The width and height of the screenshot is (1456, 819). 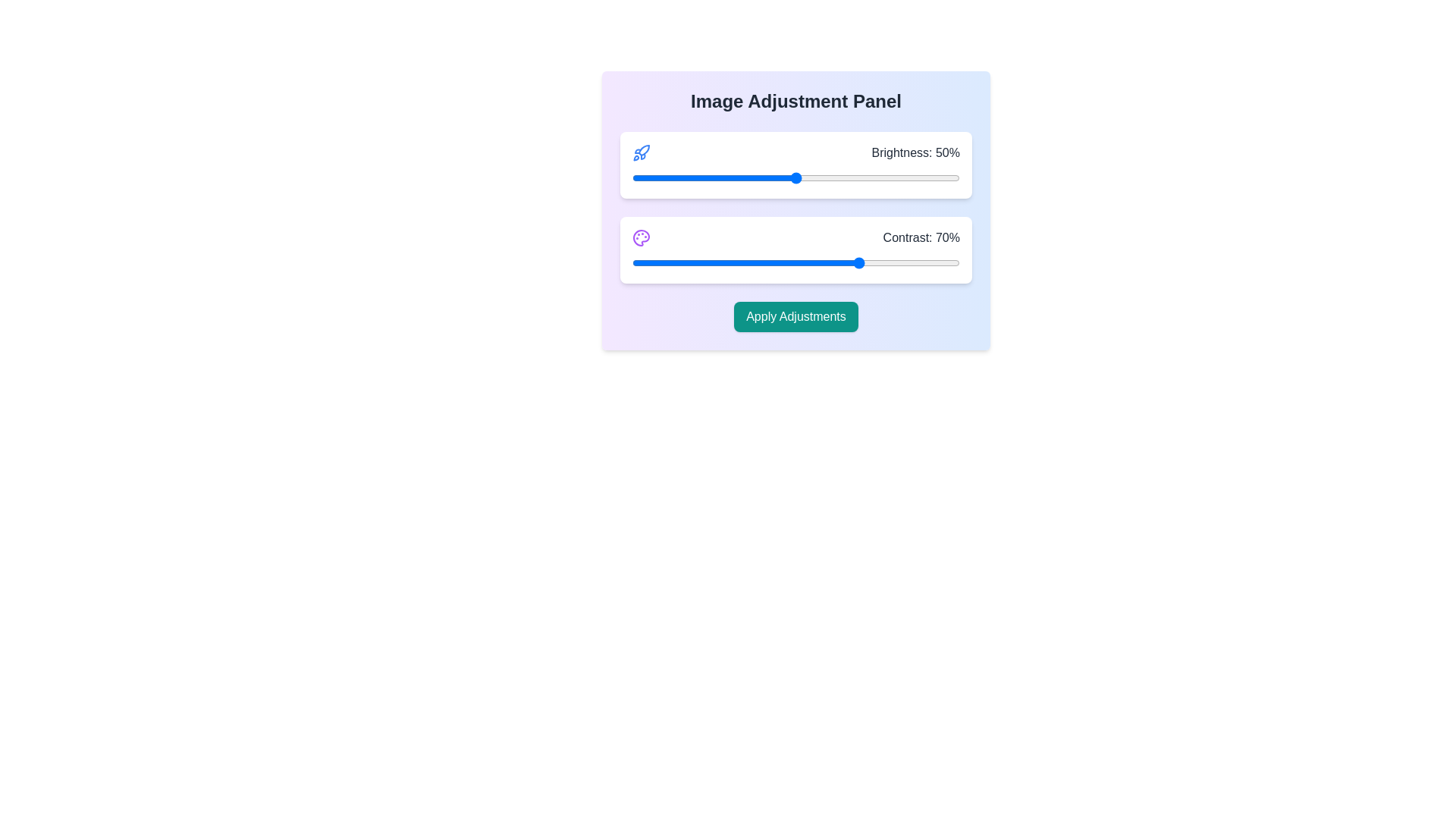 I want to click on the brightness slider to 4%, so click(x=645, y=177).